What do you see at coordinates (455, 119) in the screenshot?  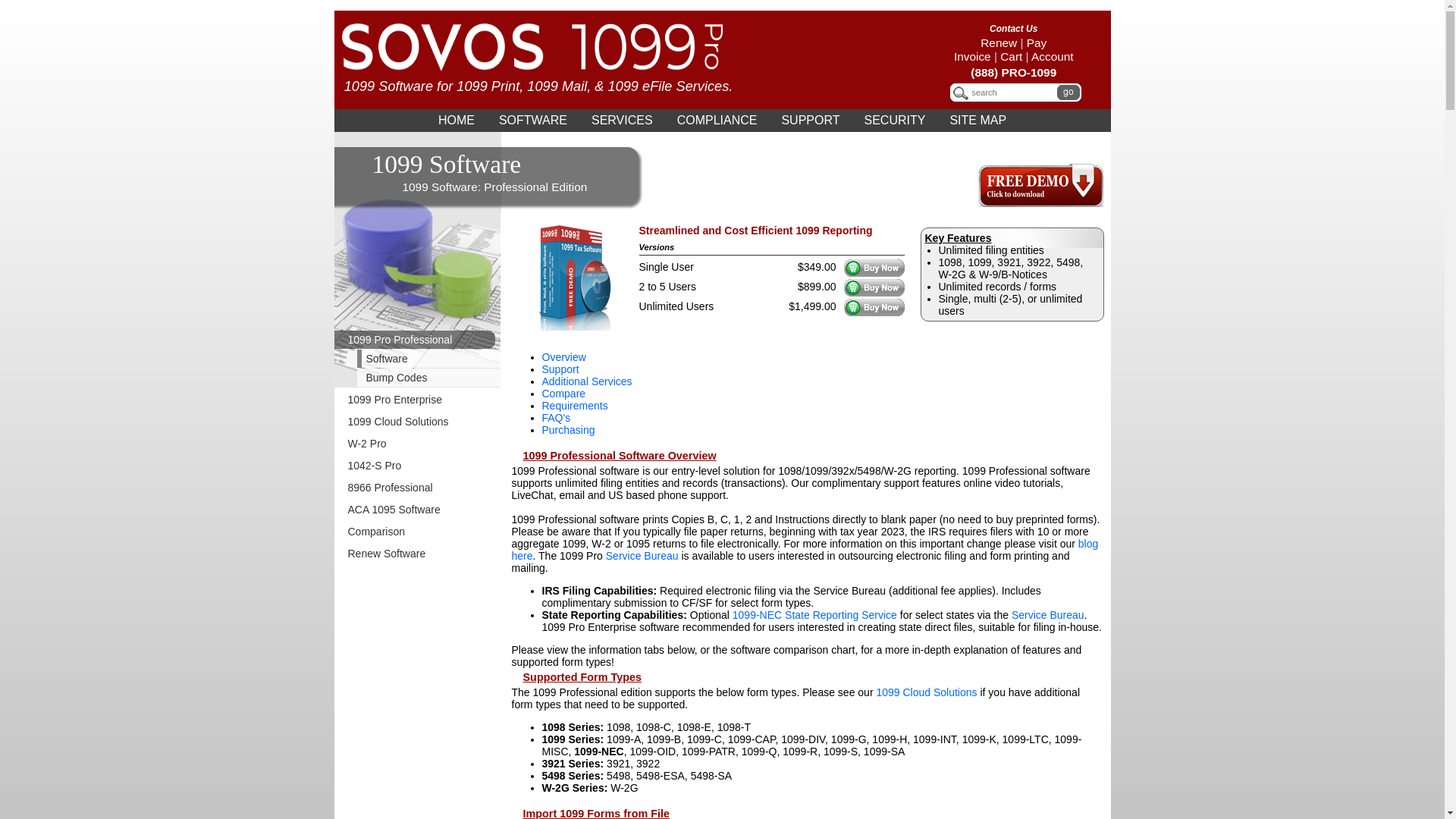 I see `'HOME'` at bounding box center [455, 119].